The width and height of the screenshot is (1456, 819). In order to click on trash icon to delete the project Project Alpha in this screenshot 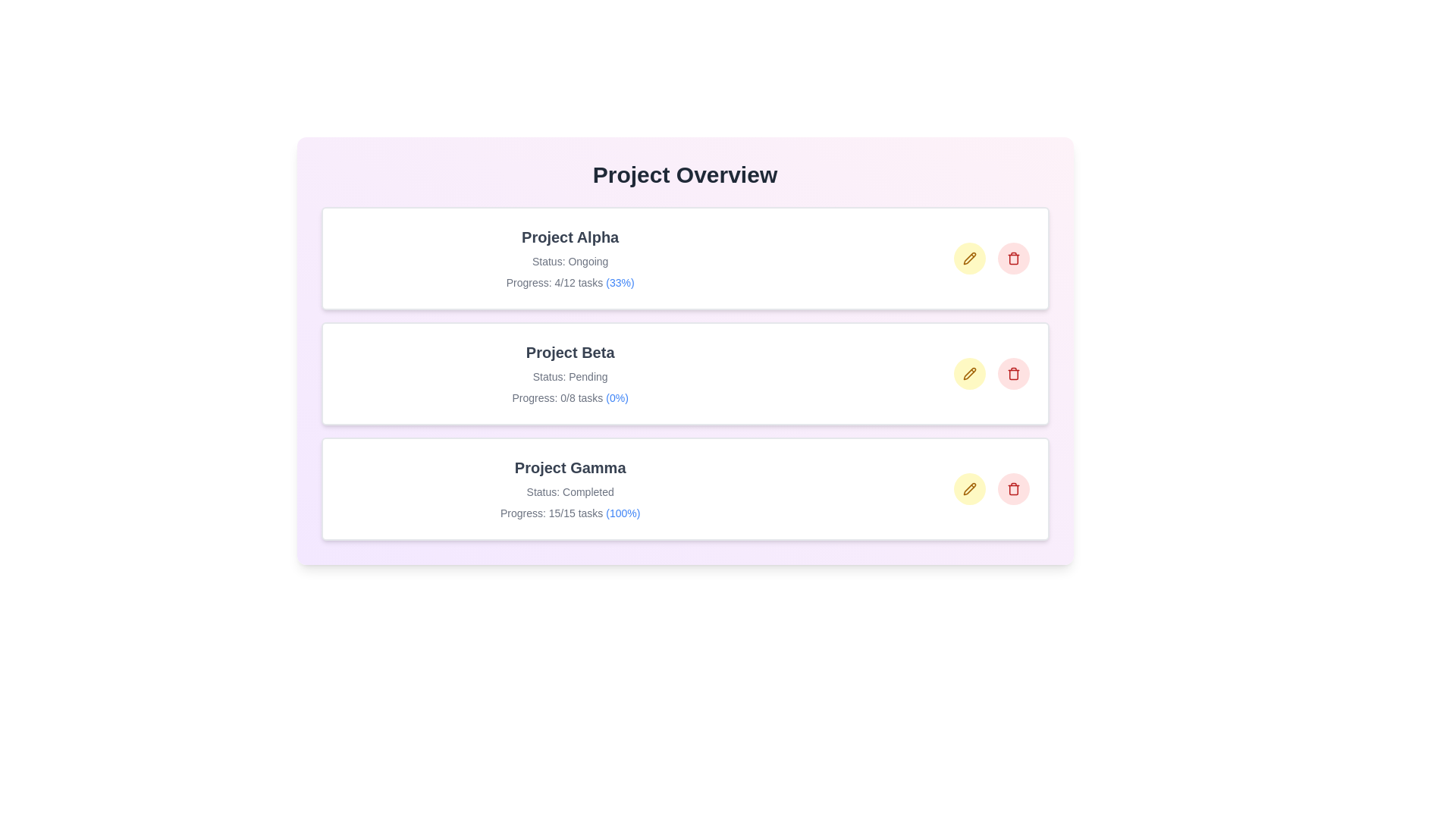, I will do `click(1013, 257)`.